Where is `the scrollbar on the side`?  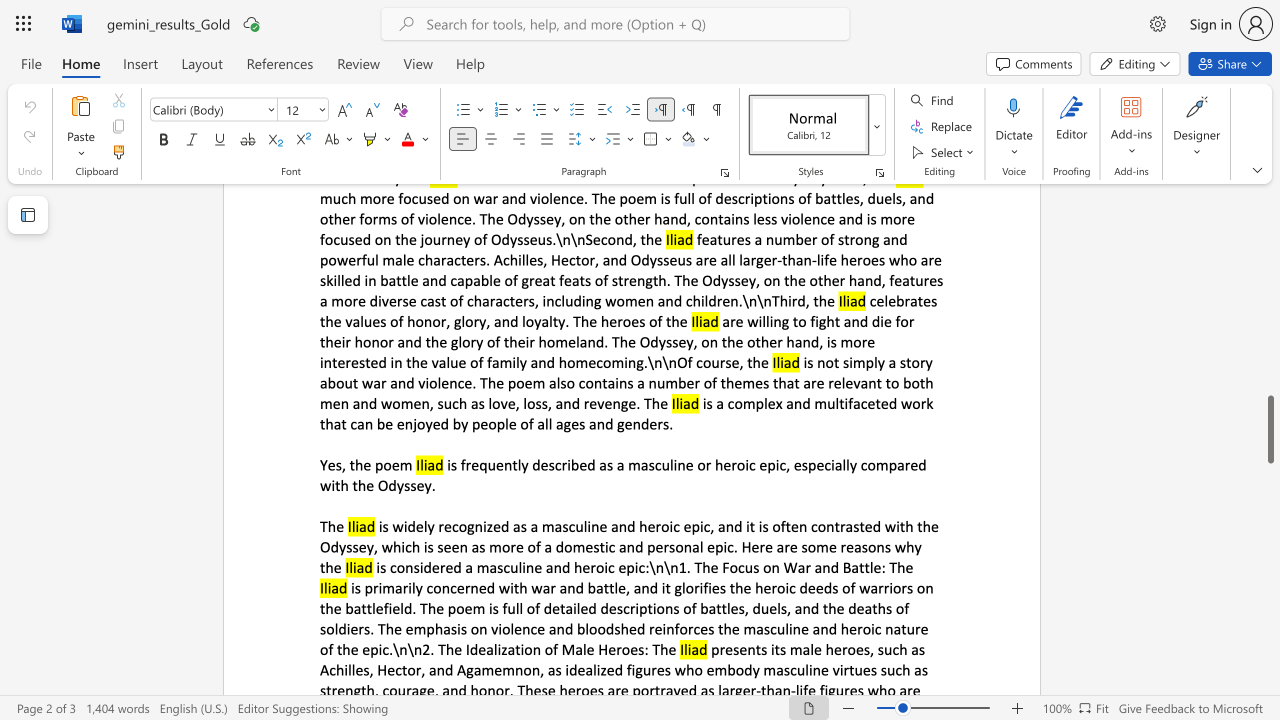
the scrollbar on the side is located at coordinates (1269, 338).